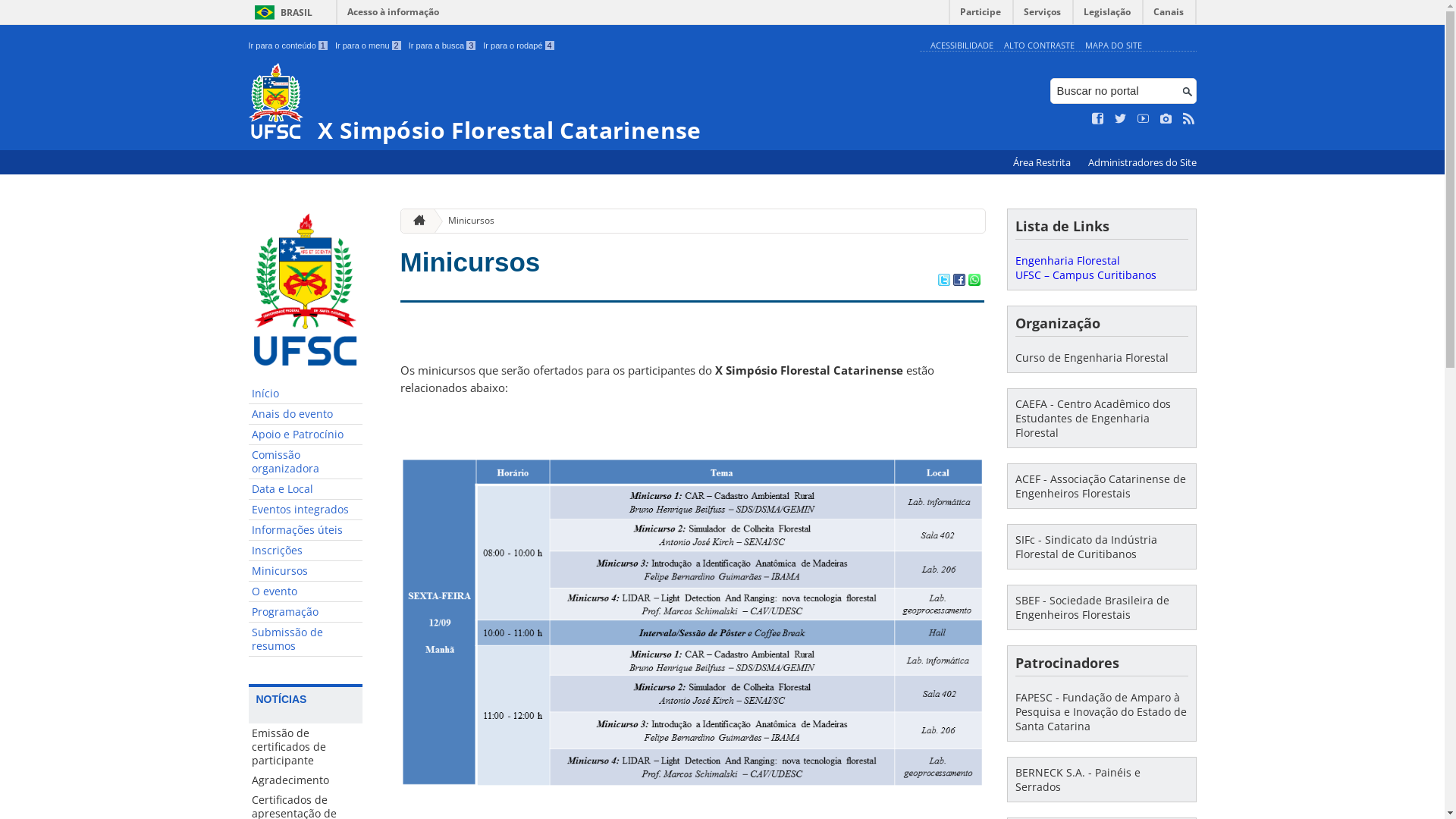 The height and width of the screenshot is (819, 1456). Describe the element at coordinates (1098, 118) in the screenshot. I see `'Curta no Facebook'` at that location.